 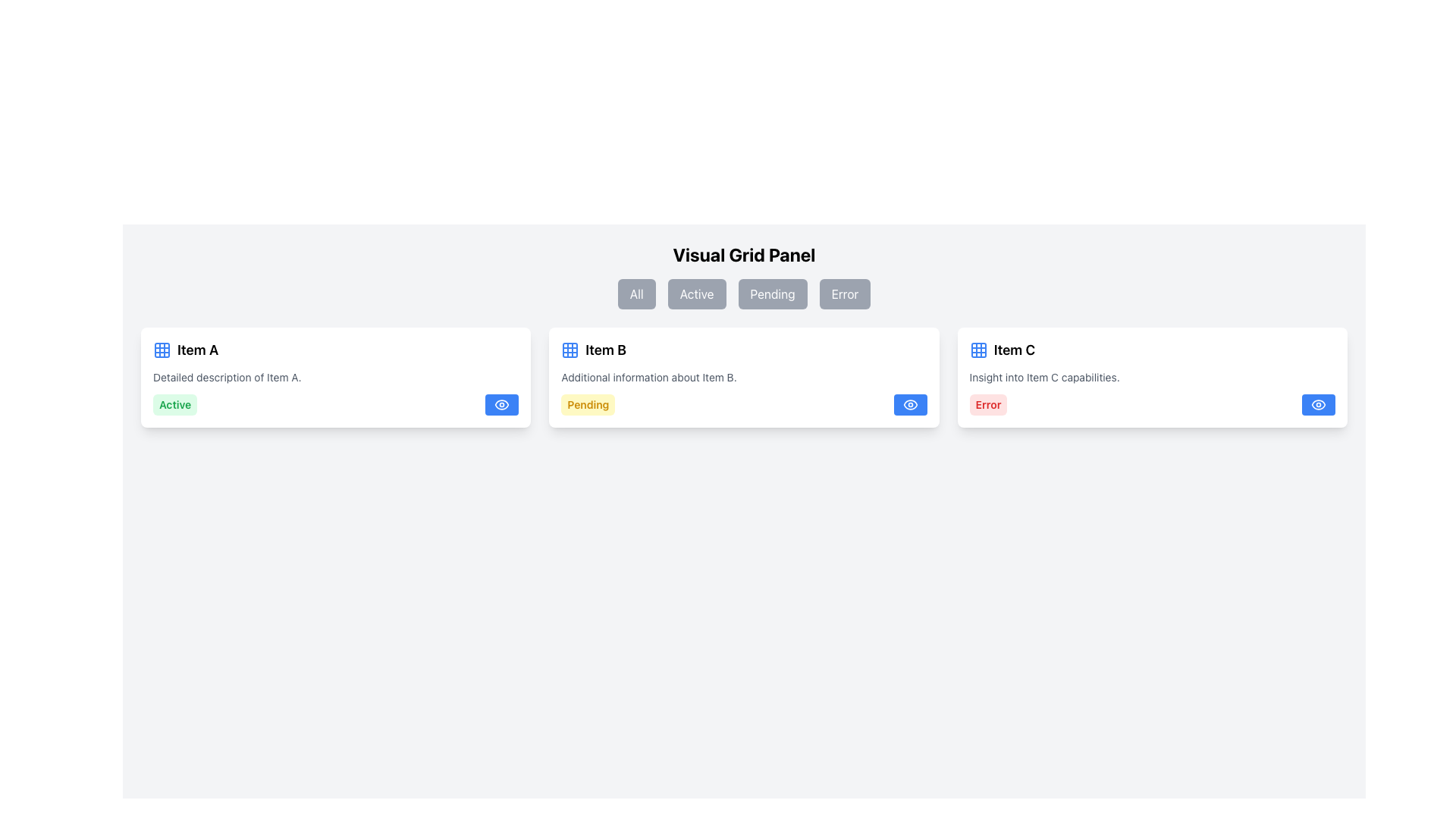 I want to click on the text label displaying 'Item C', which is styled in bold and located in a horizontally arranged layout, positioned as the third item next to 'Item A' and 'Item B', so click(x=1014, y=350).